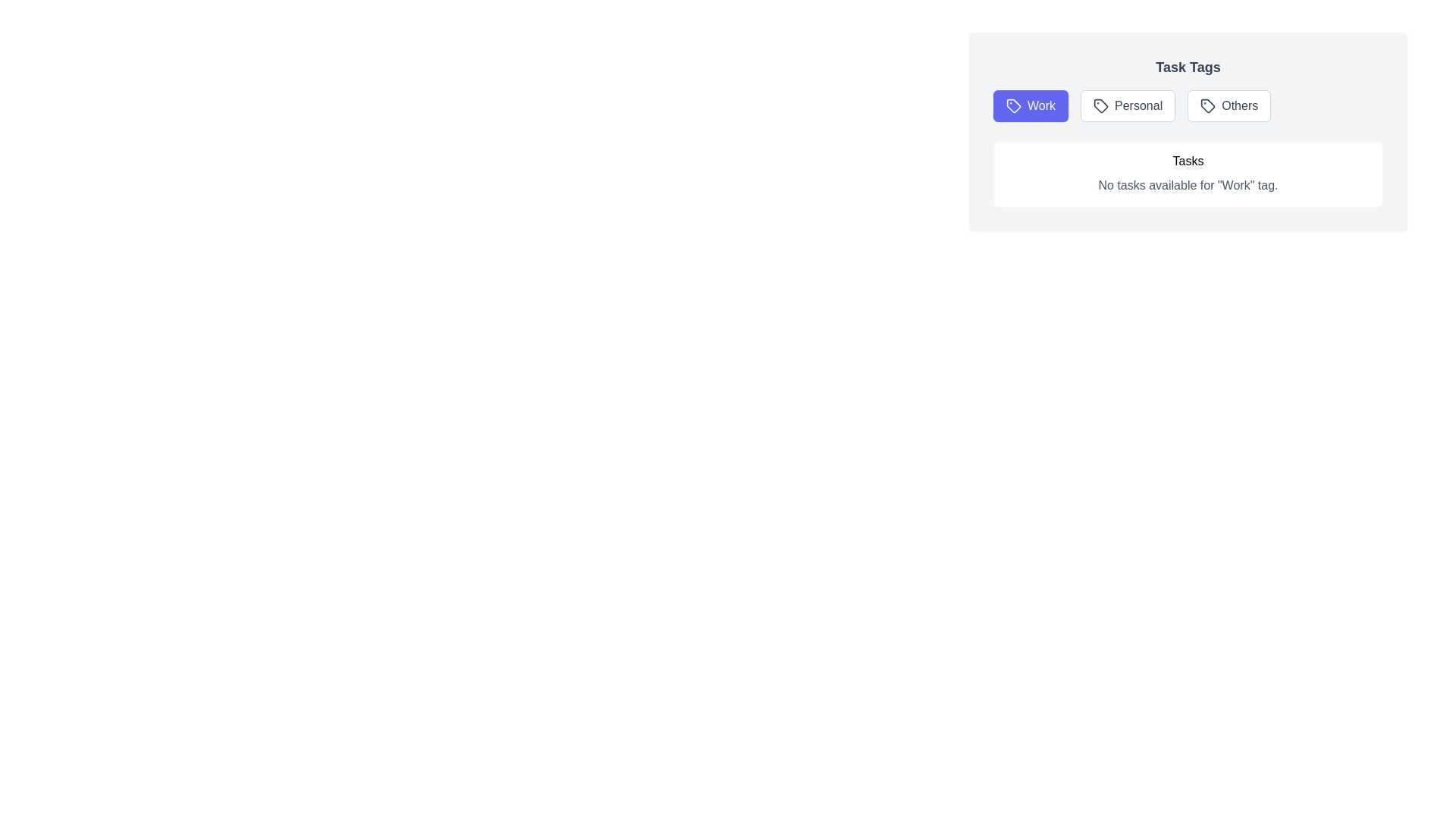  What do you see at coordinates (1031, 105) in the screenshot?
I see `the leftmost button labeled 'Work' with a dark indigo background and white text` at bounding box center [1031, 105].